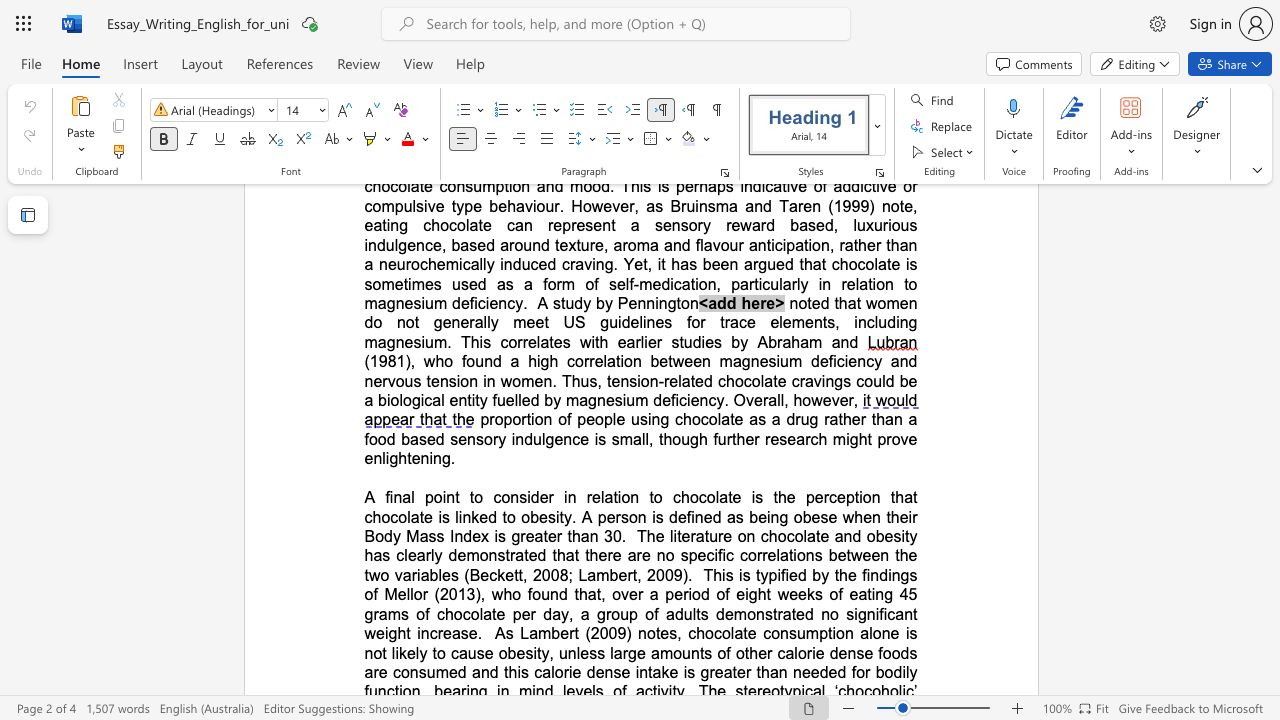  Describe the element at coordinates (456, 555) in the screenshot. I see `the subset text "emons" within the text "demonstrated"` at that location.